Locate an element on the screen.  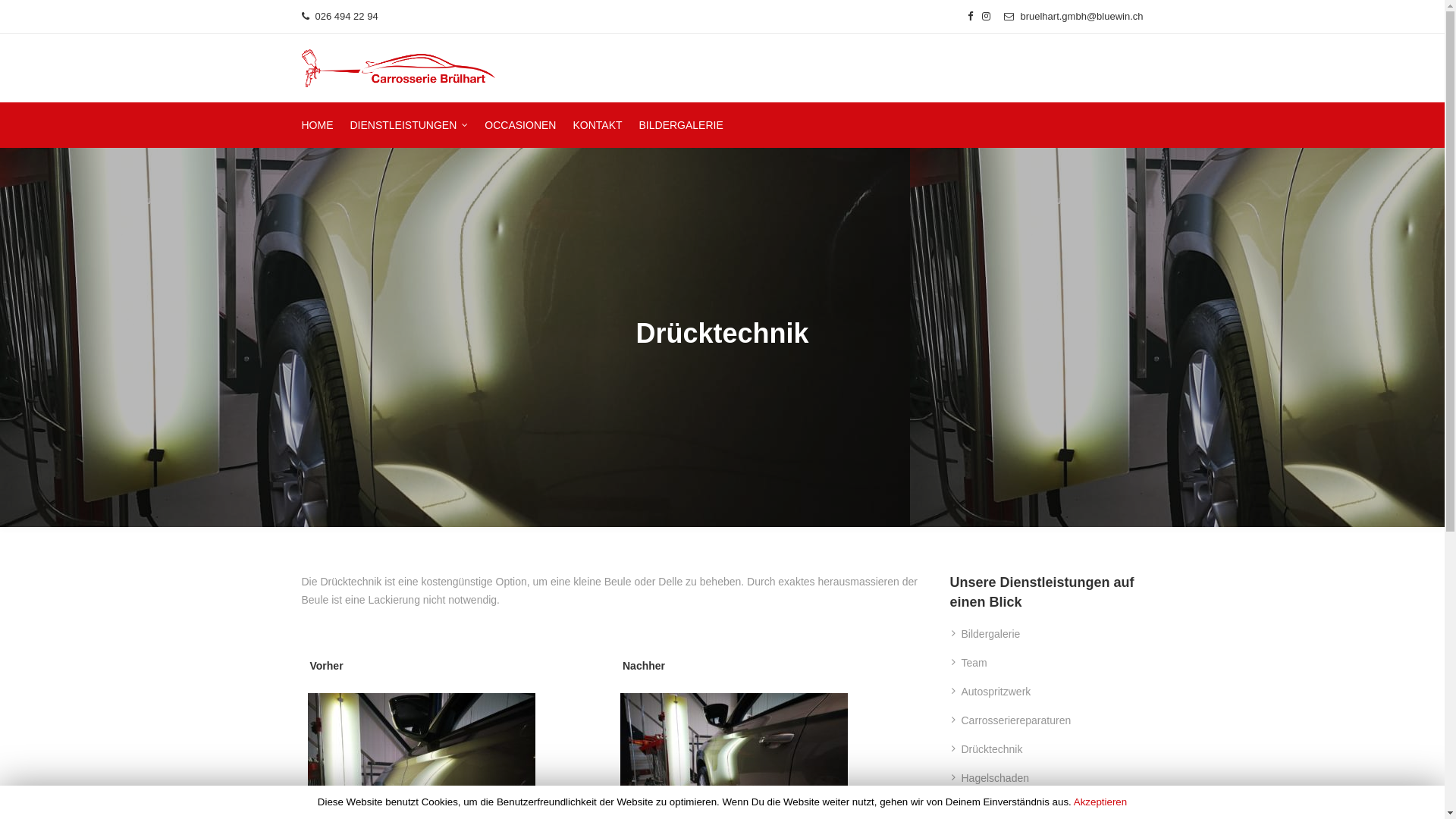
'DIENSTLEISTUNGEN' is located at coordinates (409, 124).